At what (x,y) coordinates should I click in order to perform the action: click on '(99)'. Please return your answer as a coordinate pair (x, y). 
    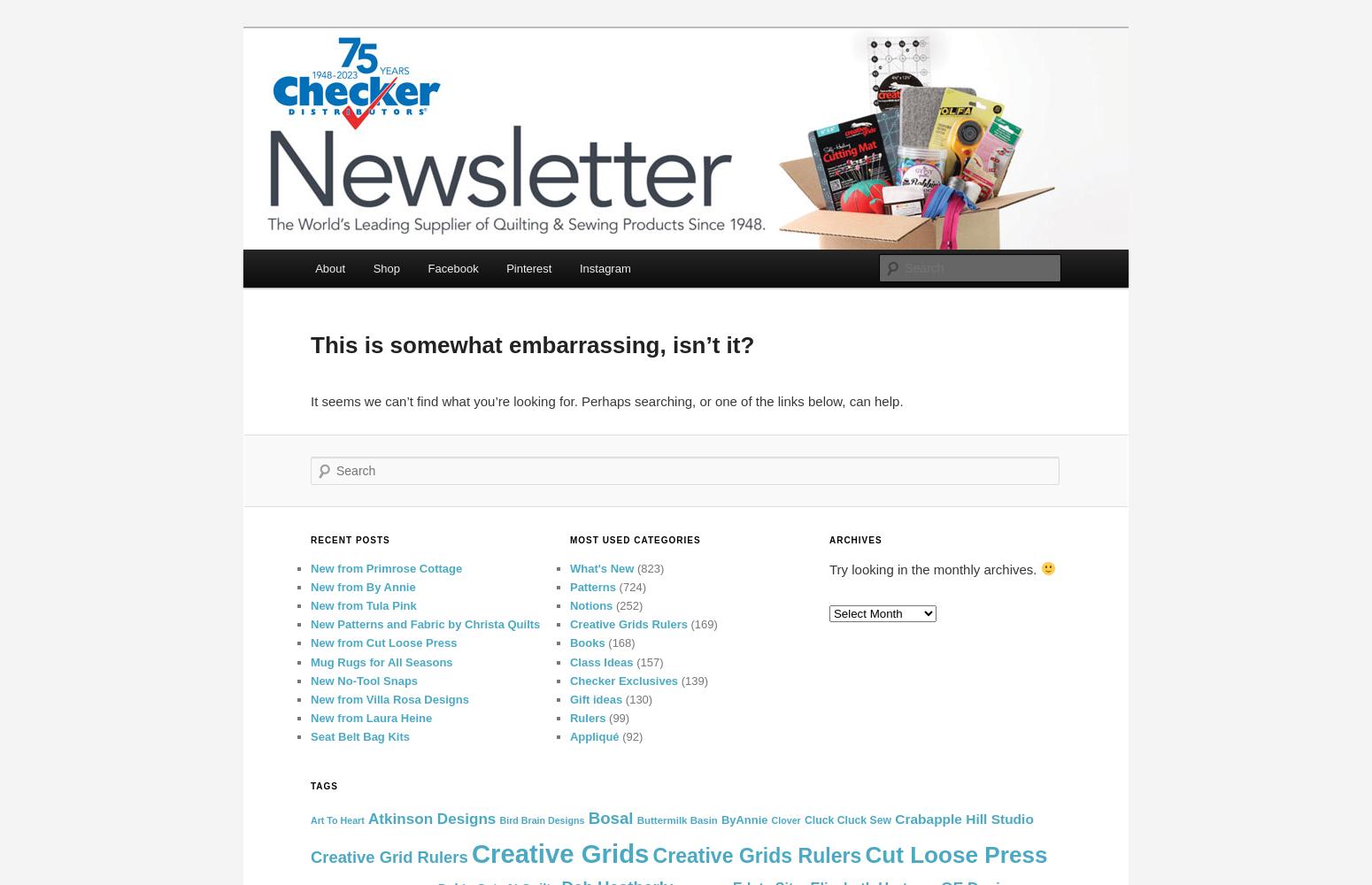
    Looking at the image, I should click on (616, 717).